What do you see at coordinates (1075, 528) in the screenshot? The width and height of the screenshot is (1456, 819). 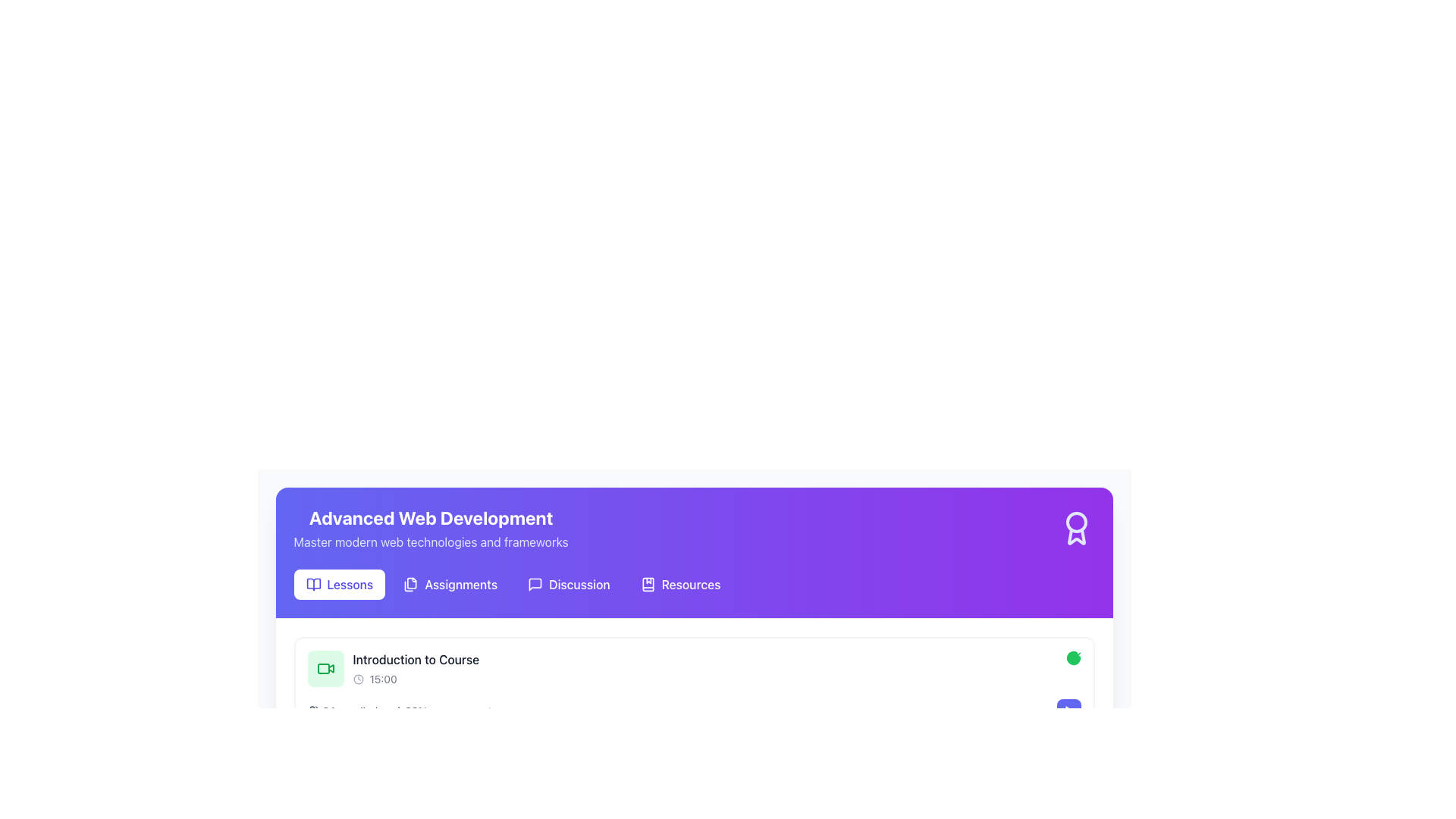 I see `the award ribbon icon located in the top-right corner of the banner` at bounding box center [1075, 528].